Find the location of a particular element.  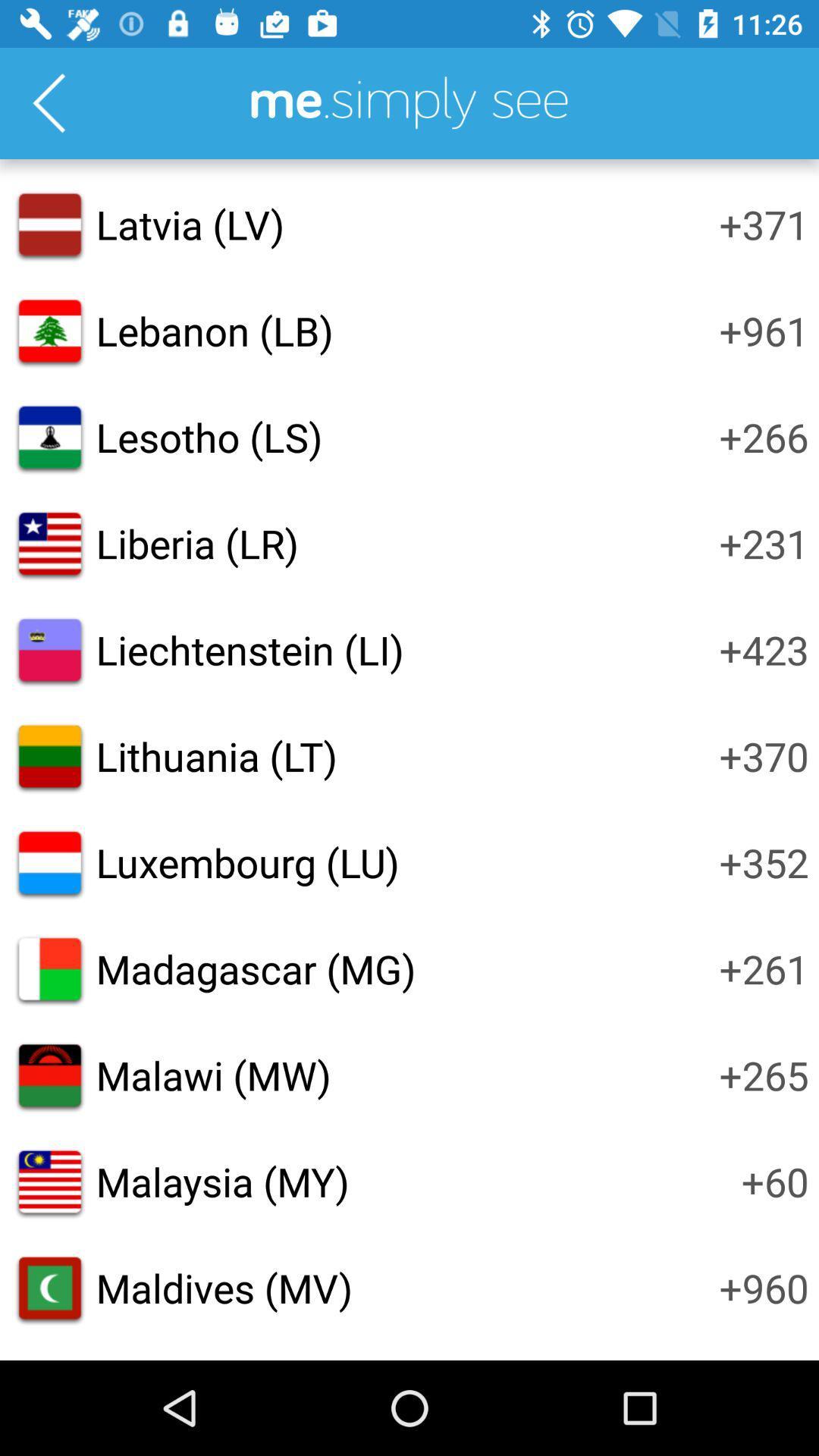

+261 icon is located at coordinates (764, 968).